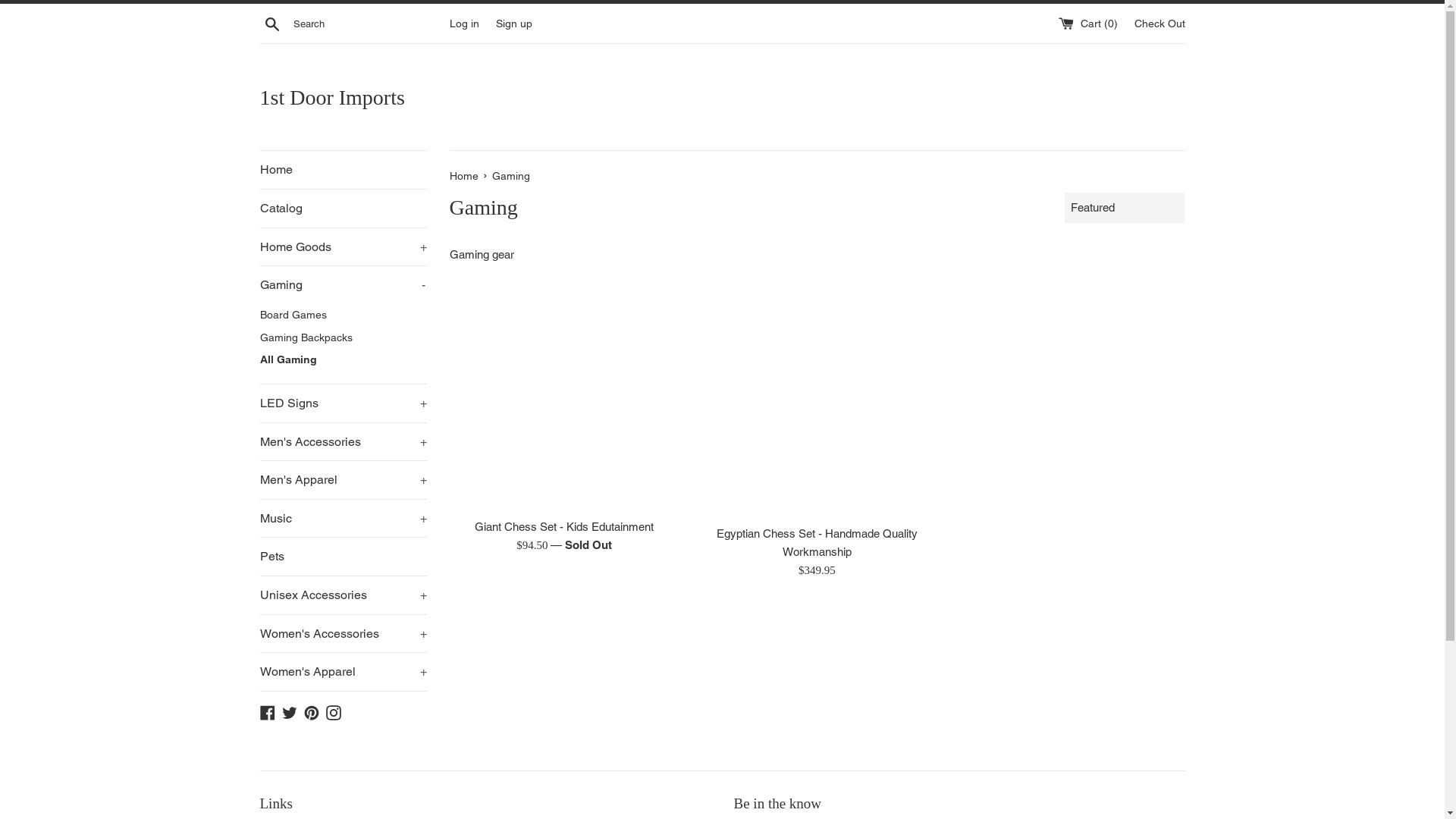 Image resolution: width=1456 pixels, height=819 pixels. Describe the element at coordinates (259, 595) in the screenshot. I see `'Unisex Accessories` at that location.